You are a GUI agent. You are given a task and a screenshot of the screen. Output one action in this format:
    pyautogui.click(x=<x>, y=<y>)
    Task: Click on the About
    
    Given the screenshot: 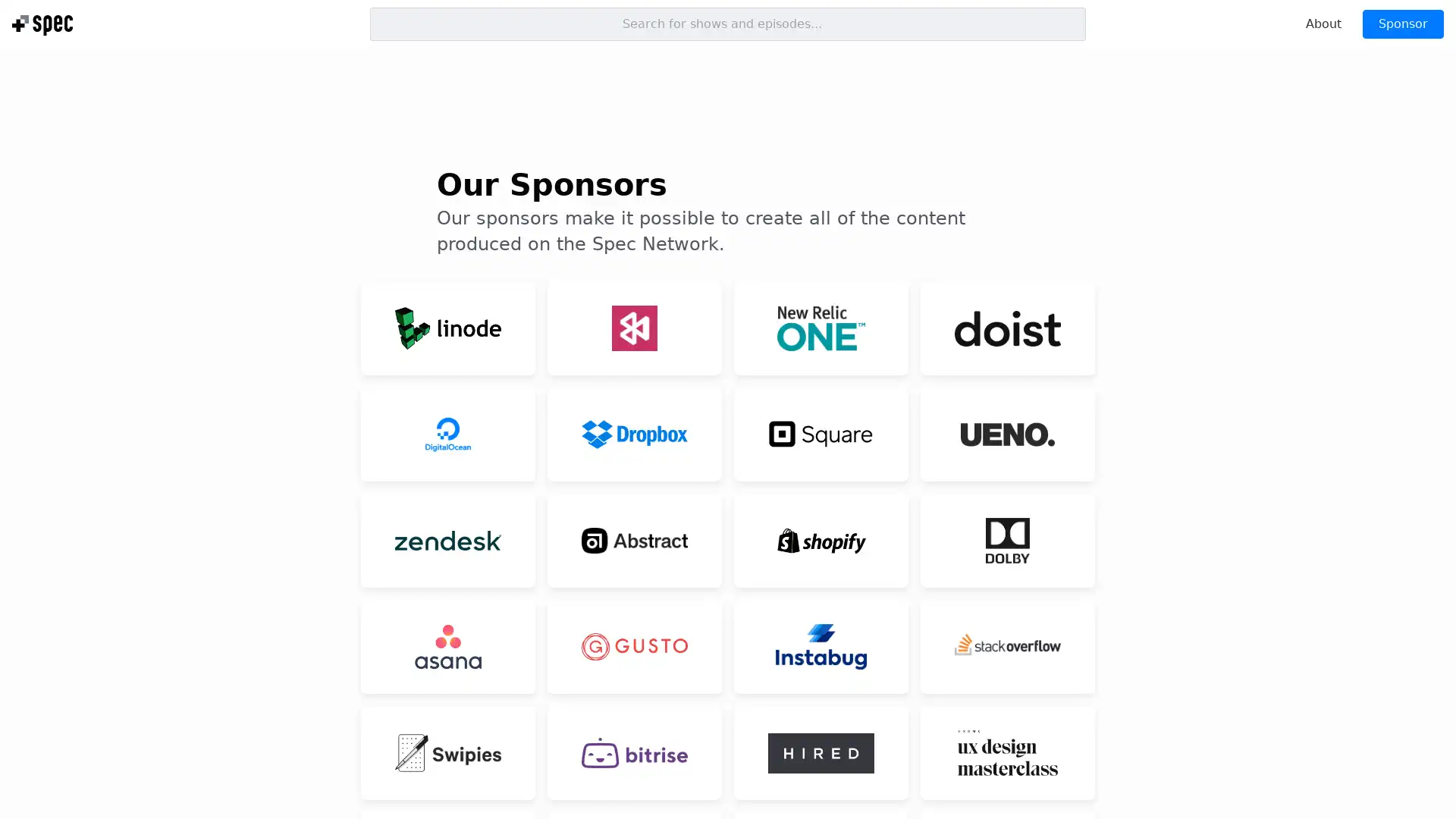 What is the action you would take?
    pyautogui.click(x=1323, y=29)
    